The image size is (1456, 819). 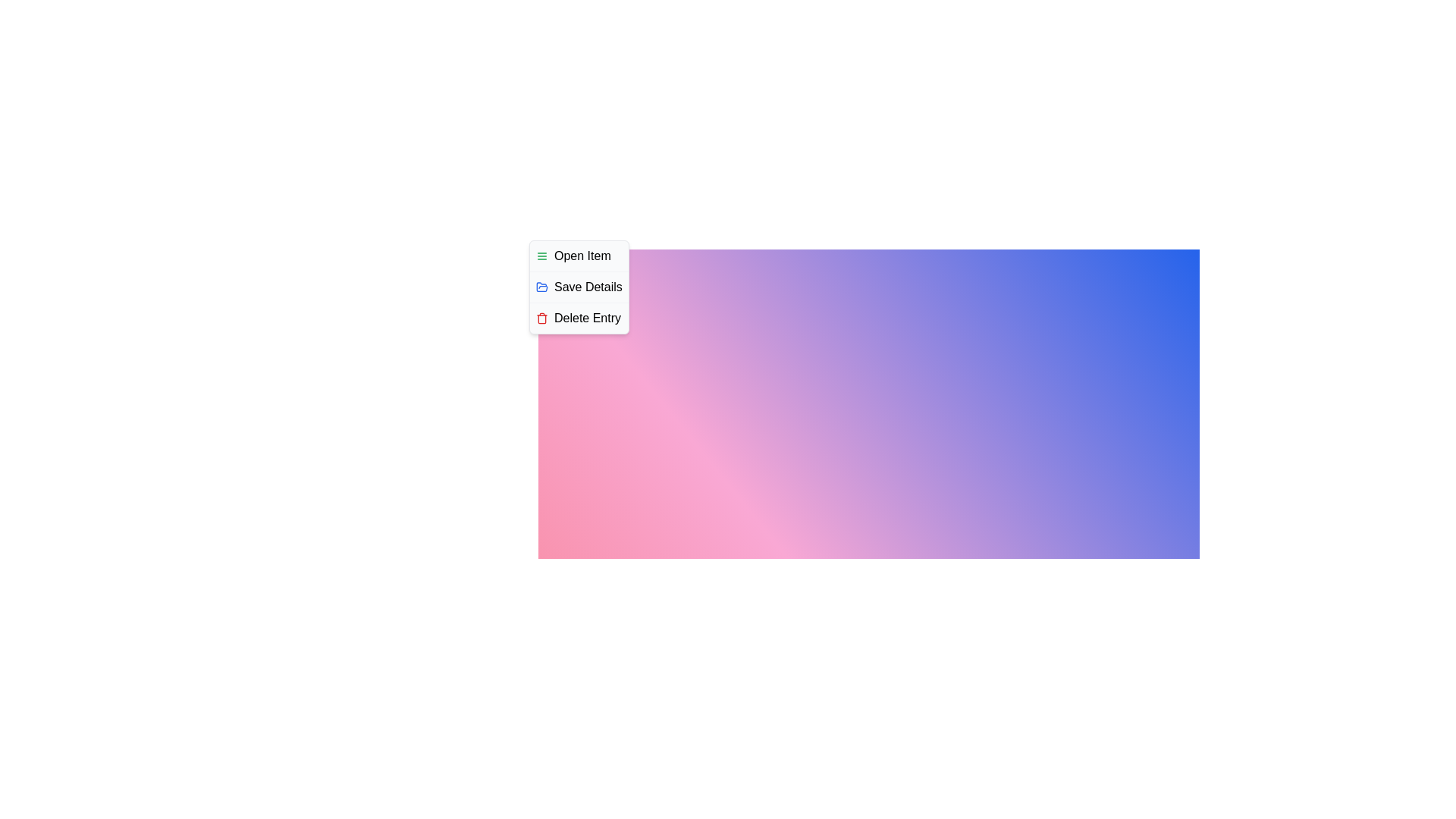 I want to click on the 'Delete Entry' option in the context menu, so click(x=578, y=317).